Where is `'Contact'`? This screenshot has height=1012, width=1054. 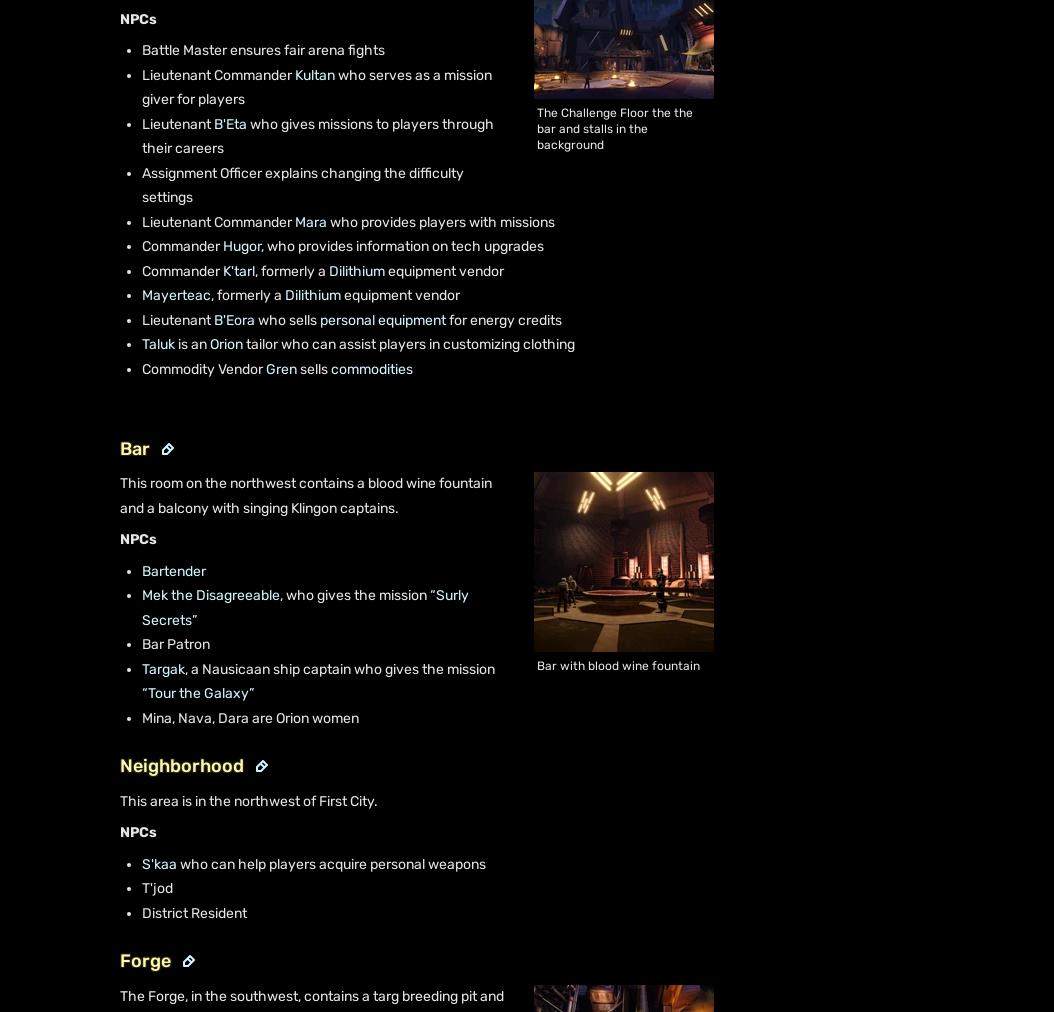
'Contact' is located at coordinates (83, 298).